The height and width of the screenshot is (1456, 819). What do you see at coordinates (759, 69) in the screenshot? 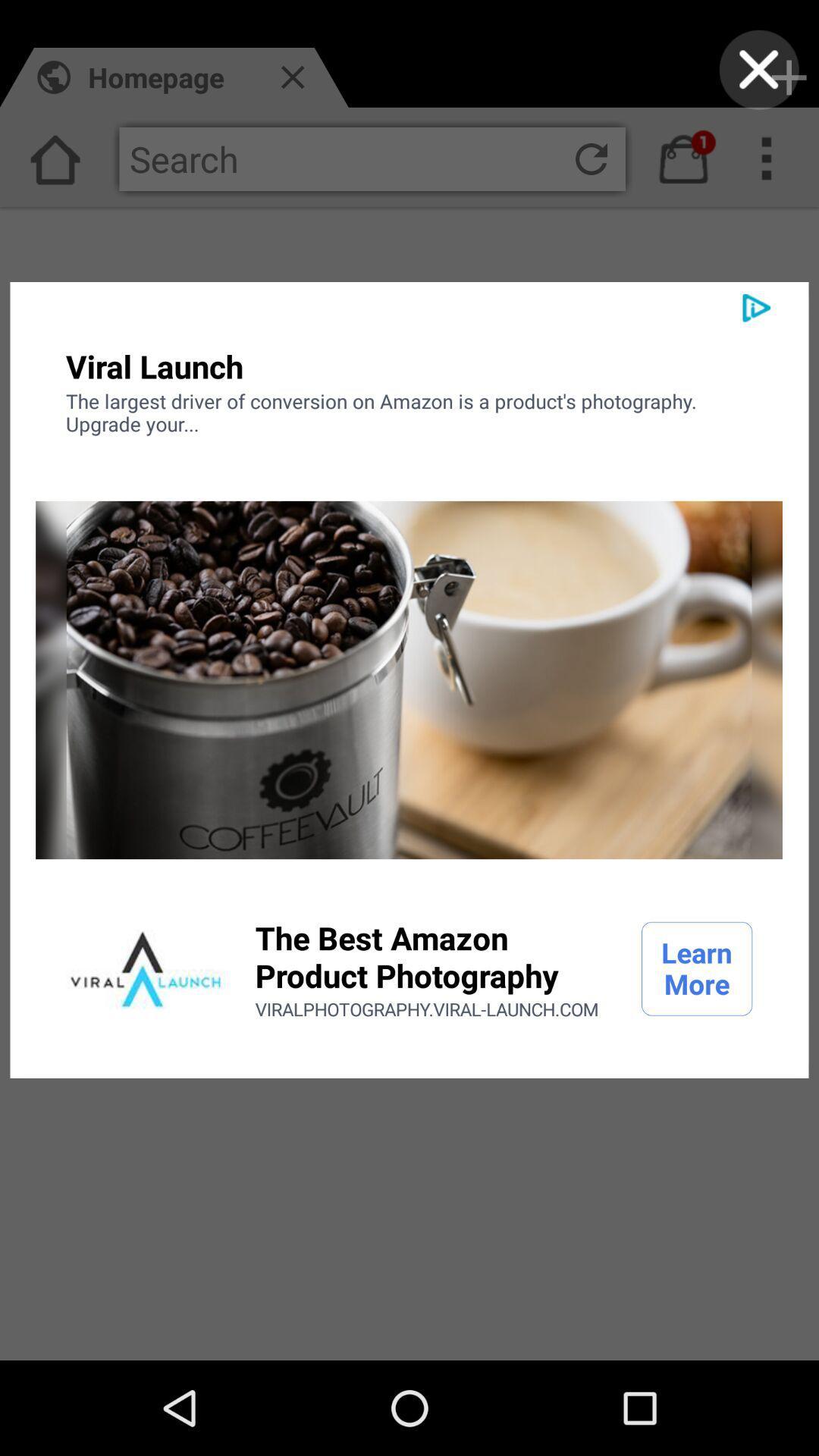
I see `exit all` at bounding box center [759, 69].